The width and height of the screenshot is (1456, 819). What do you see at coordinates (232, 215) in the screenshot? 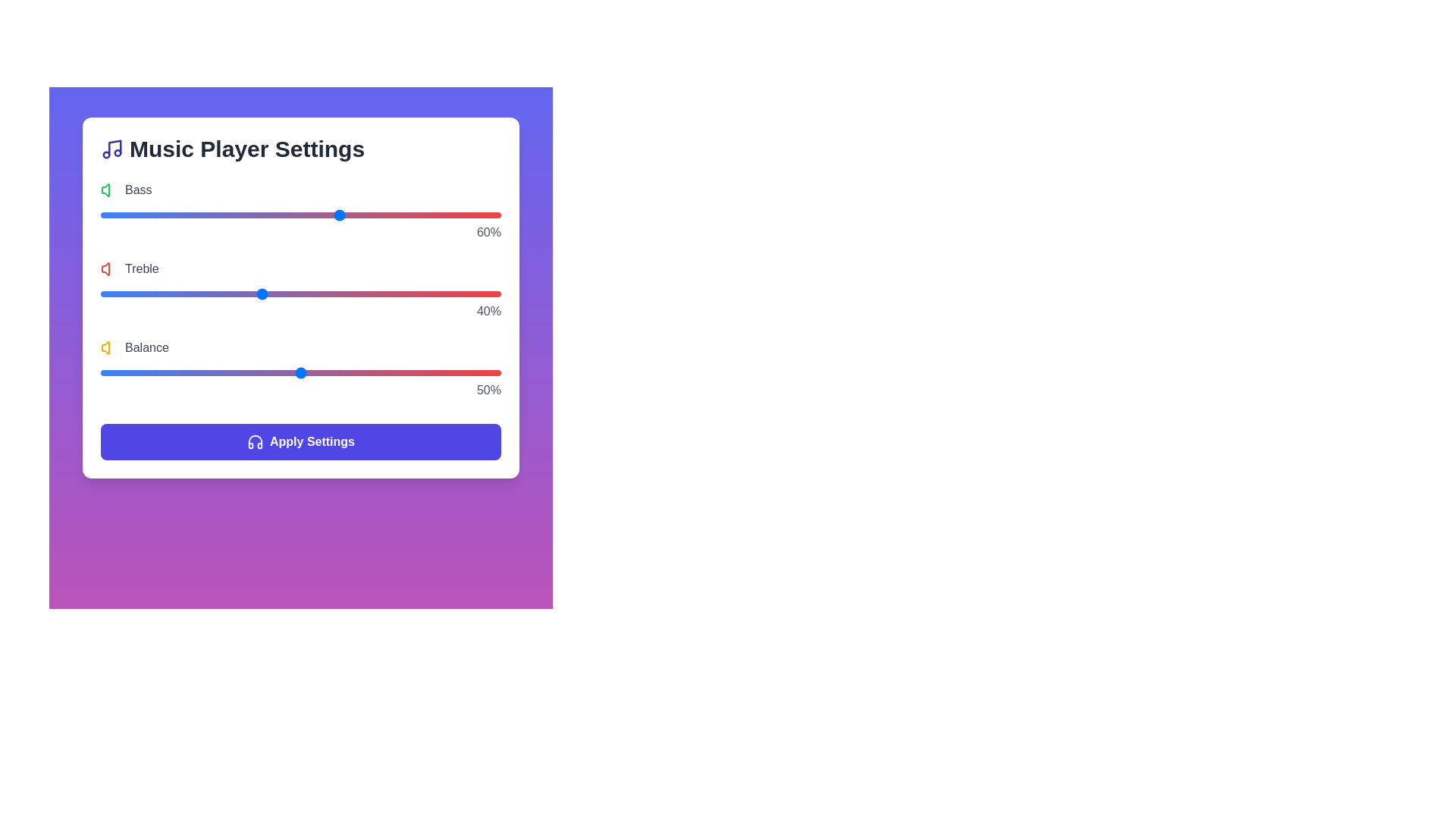
I see `the 0 slider to 33%` at bounding box center [232, 215].